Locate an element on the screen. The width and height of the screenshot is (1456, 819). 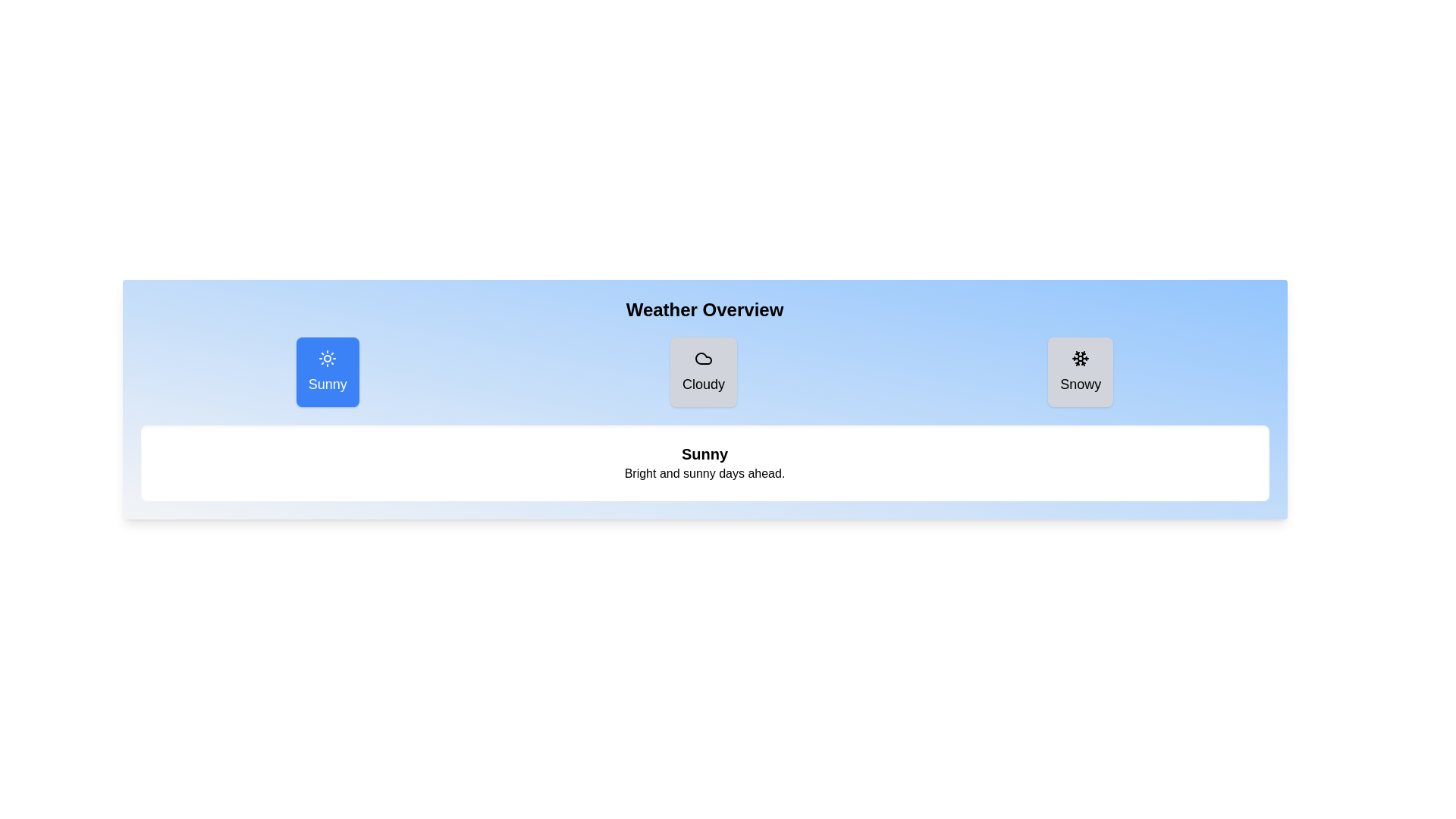
the Sunny weather tab to view its details is located at coordinates (327, 372).